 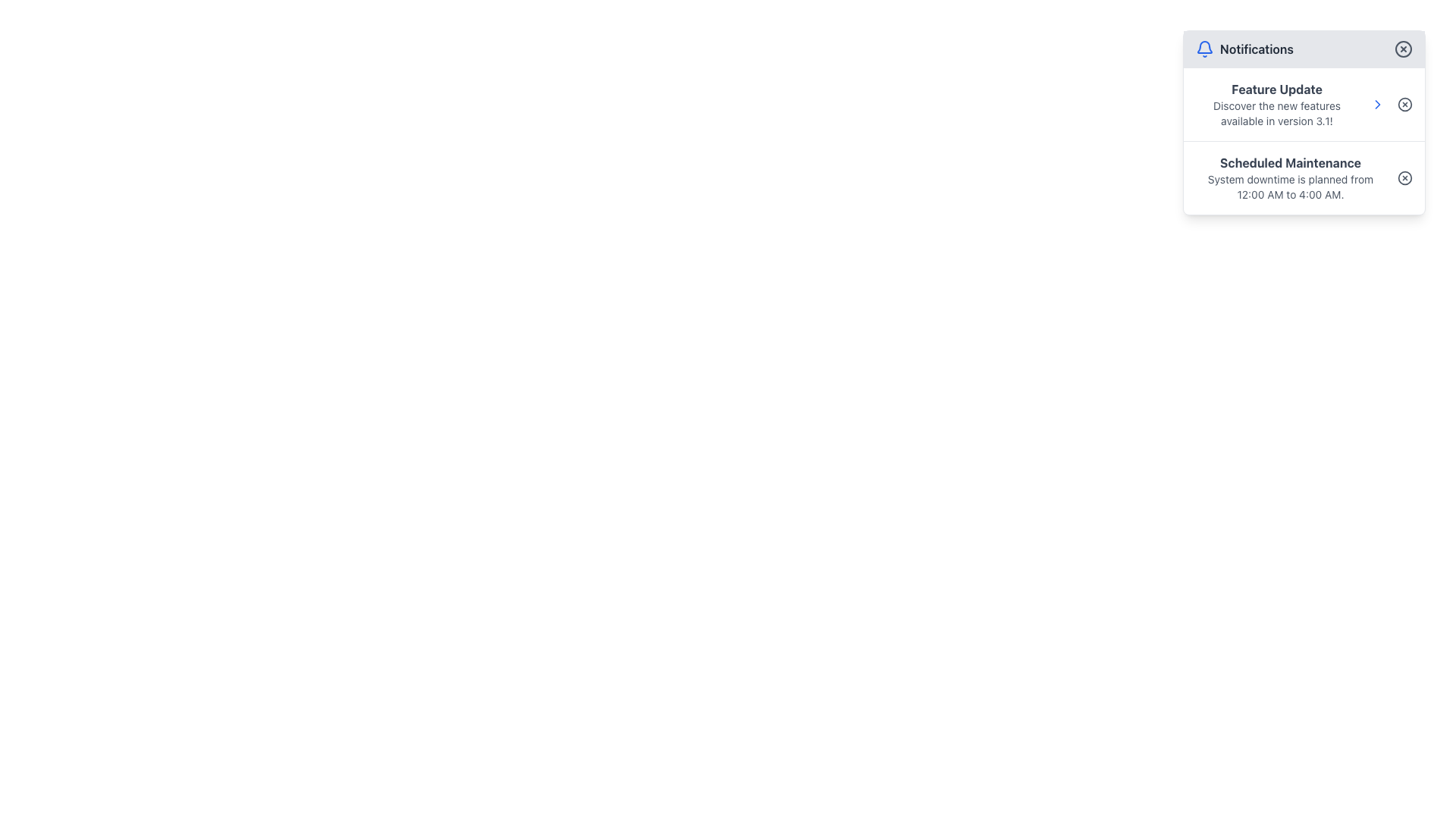 I want to click on the notification icon located to the left of the 'Notifications' text in the top bar of the notification panel, so click(x=1203, y=49).